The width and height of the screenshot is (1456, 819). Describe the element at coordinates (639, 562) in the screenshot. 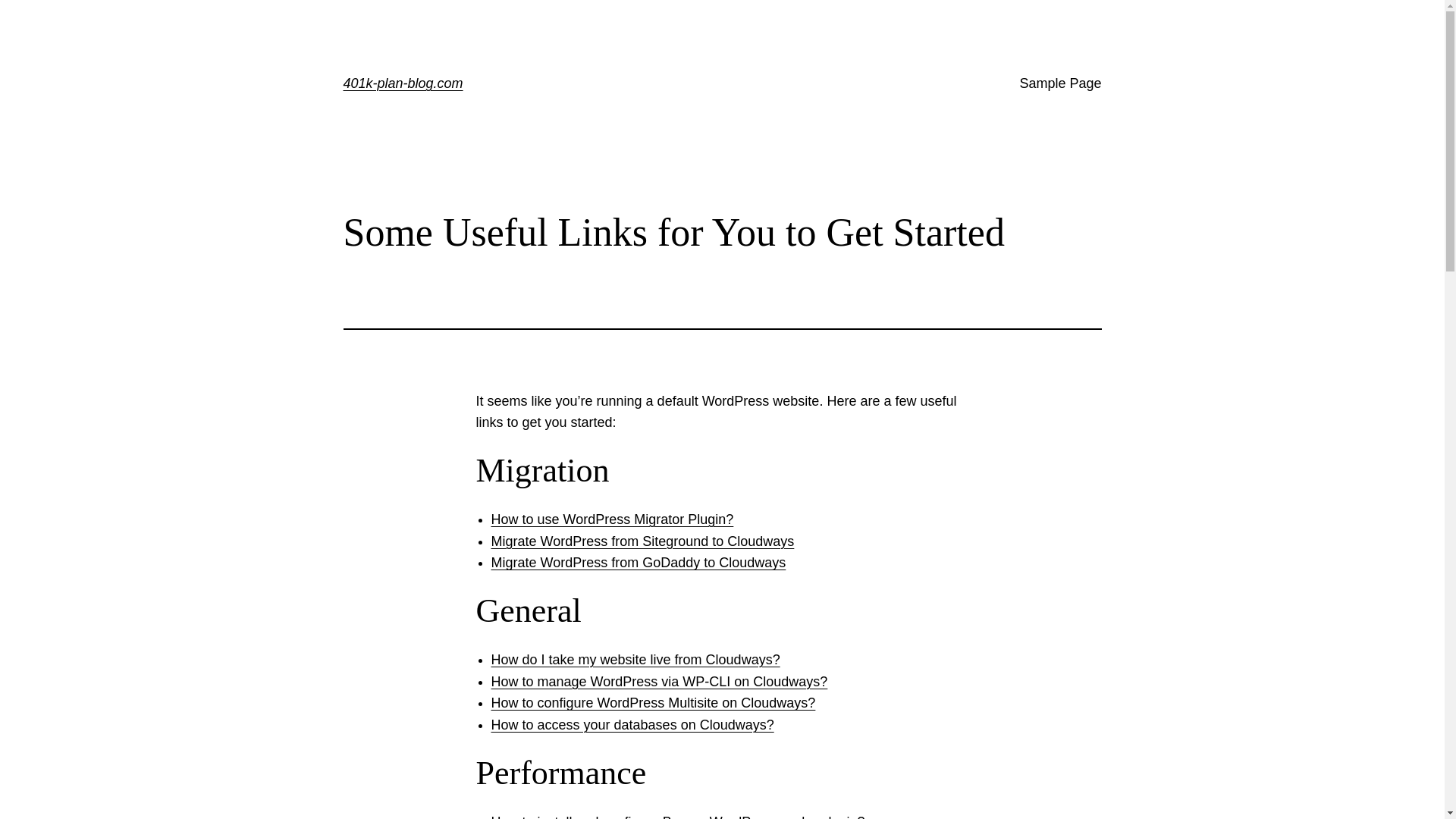

I see `'Migrate WordPress from GoDaddy to Cloudways'` at that location.